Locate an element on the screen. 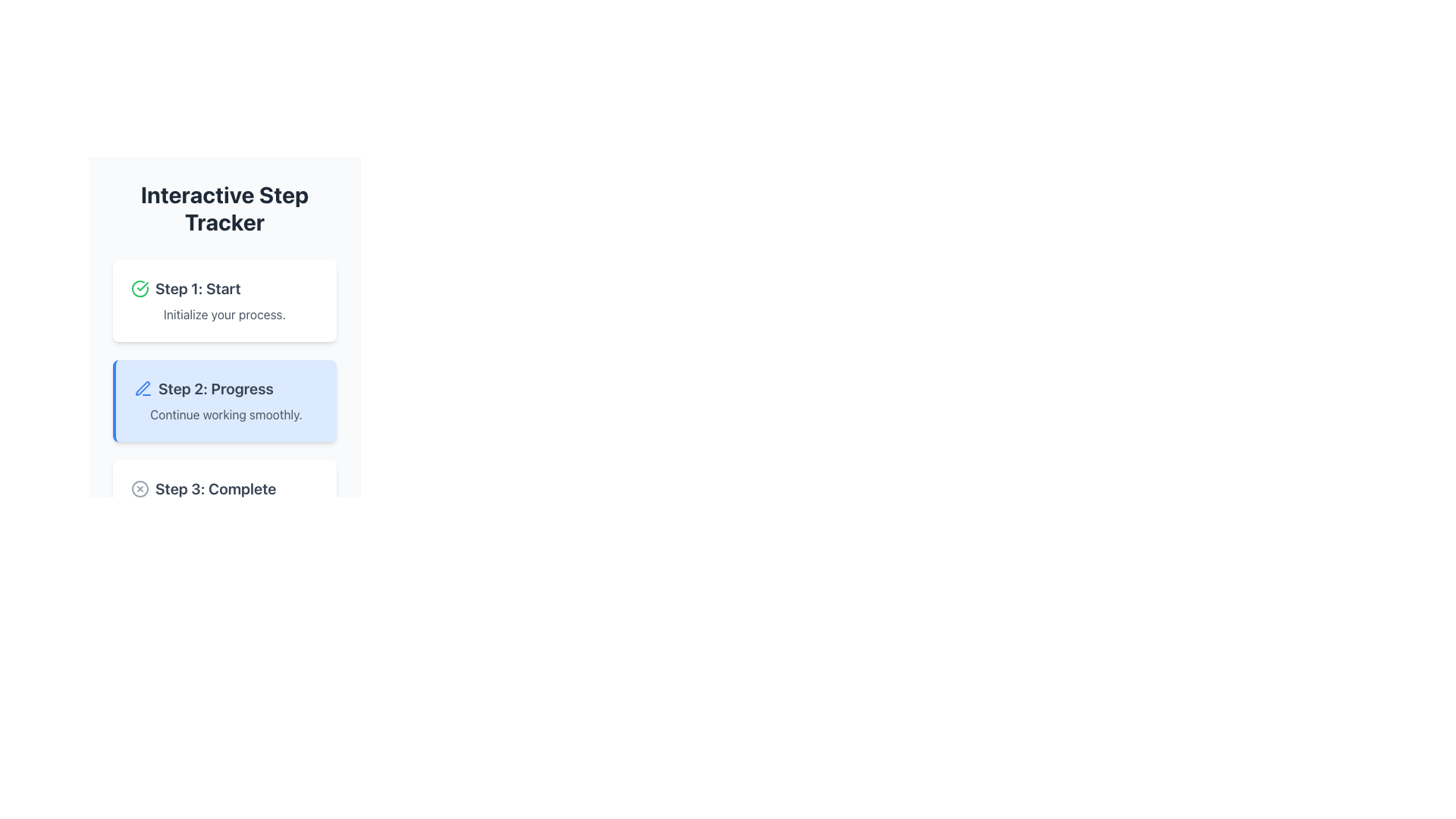  the second card in the 'Interactive Step Tracker' titled 'Progress', which indicates the second step of a process with the description 'Continue working smoothly.' is located at coordinates (224, 400).